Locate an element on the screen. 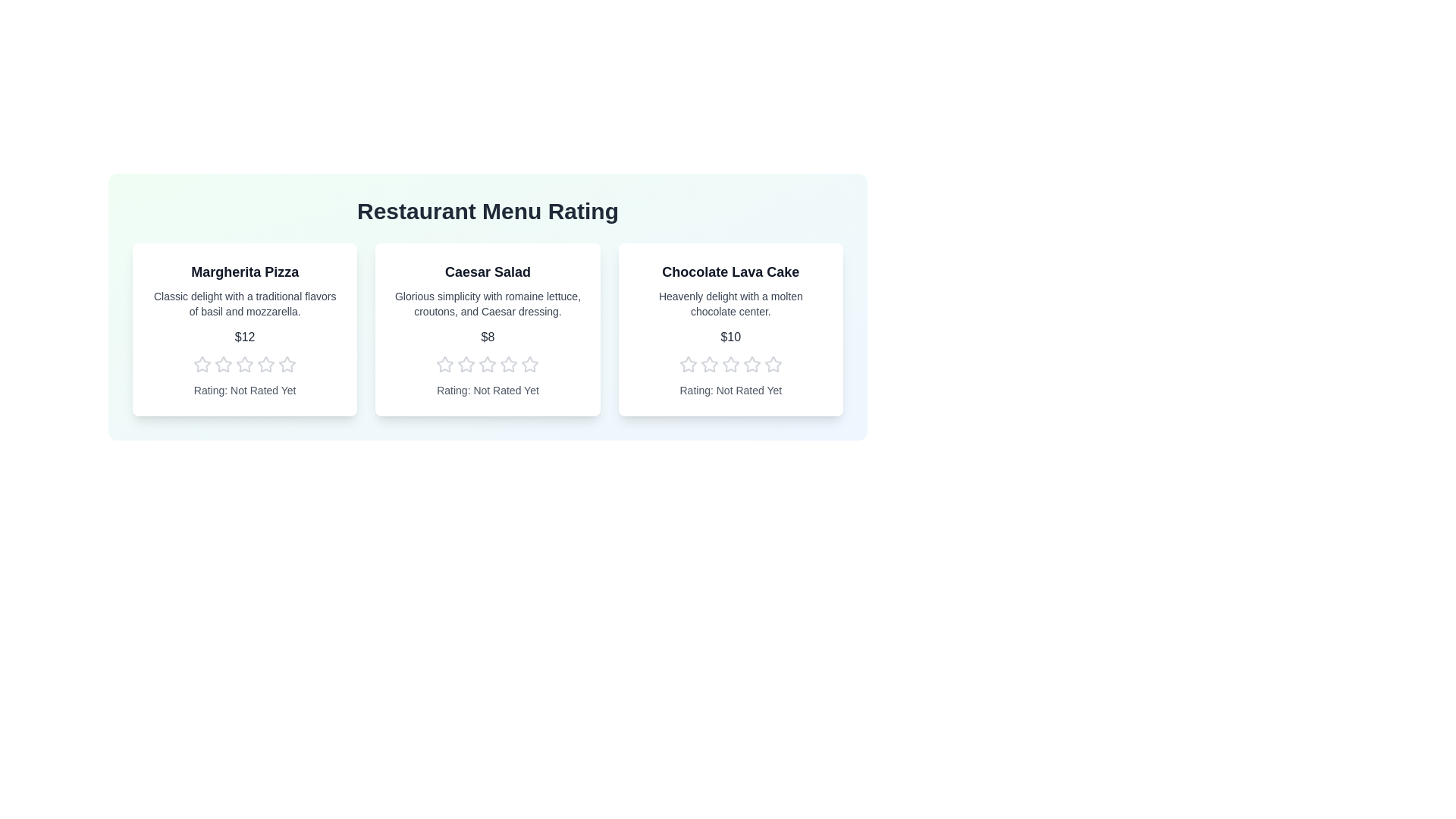 Image resolution: width=1456 pixels, height=819 pixels. the star corresponding to the desired rating 2 for the menu item Caesar Salad is located at coordinates (465, 365).